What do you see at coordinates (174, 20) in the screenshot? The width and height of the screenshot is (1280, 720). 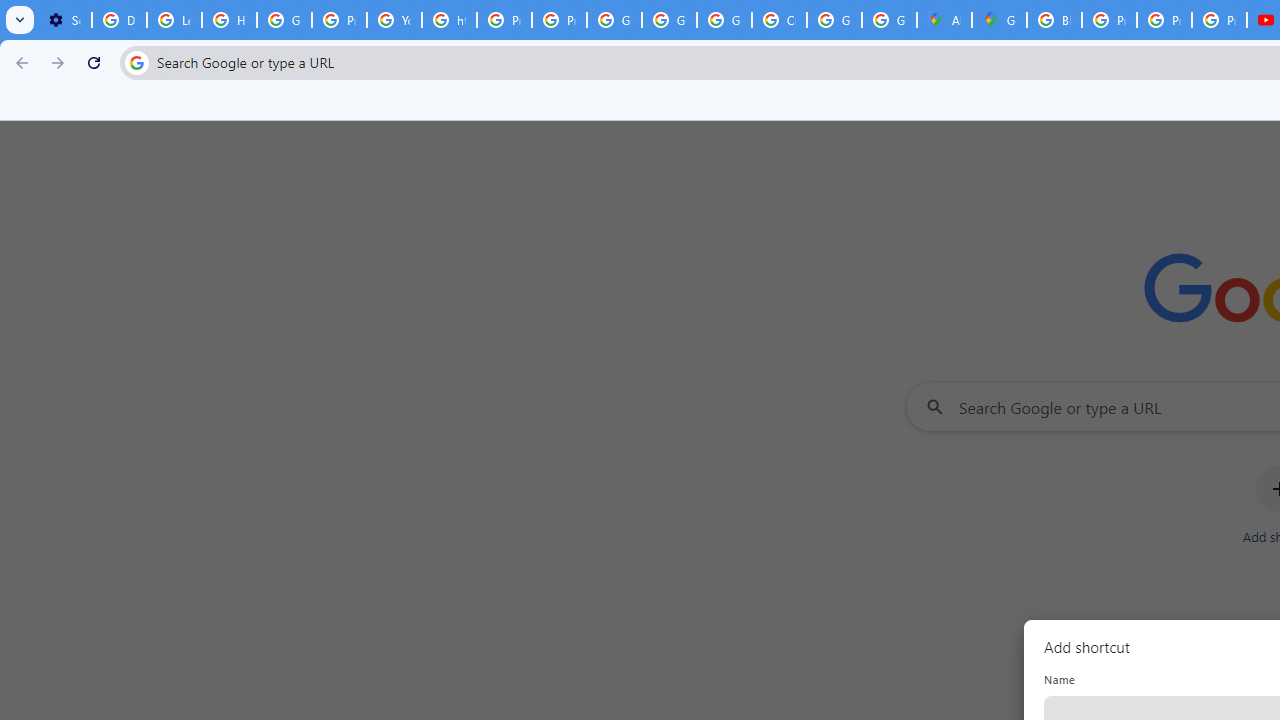 I see `'Learn how to find your photos - Google Photos Help'` at bounding box center [174, 20].